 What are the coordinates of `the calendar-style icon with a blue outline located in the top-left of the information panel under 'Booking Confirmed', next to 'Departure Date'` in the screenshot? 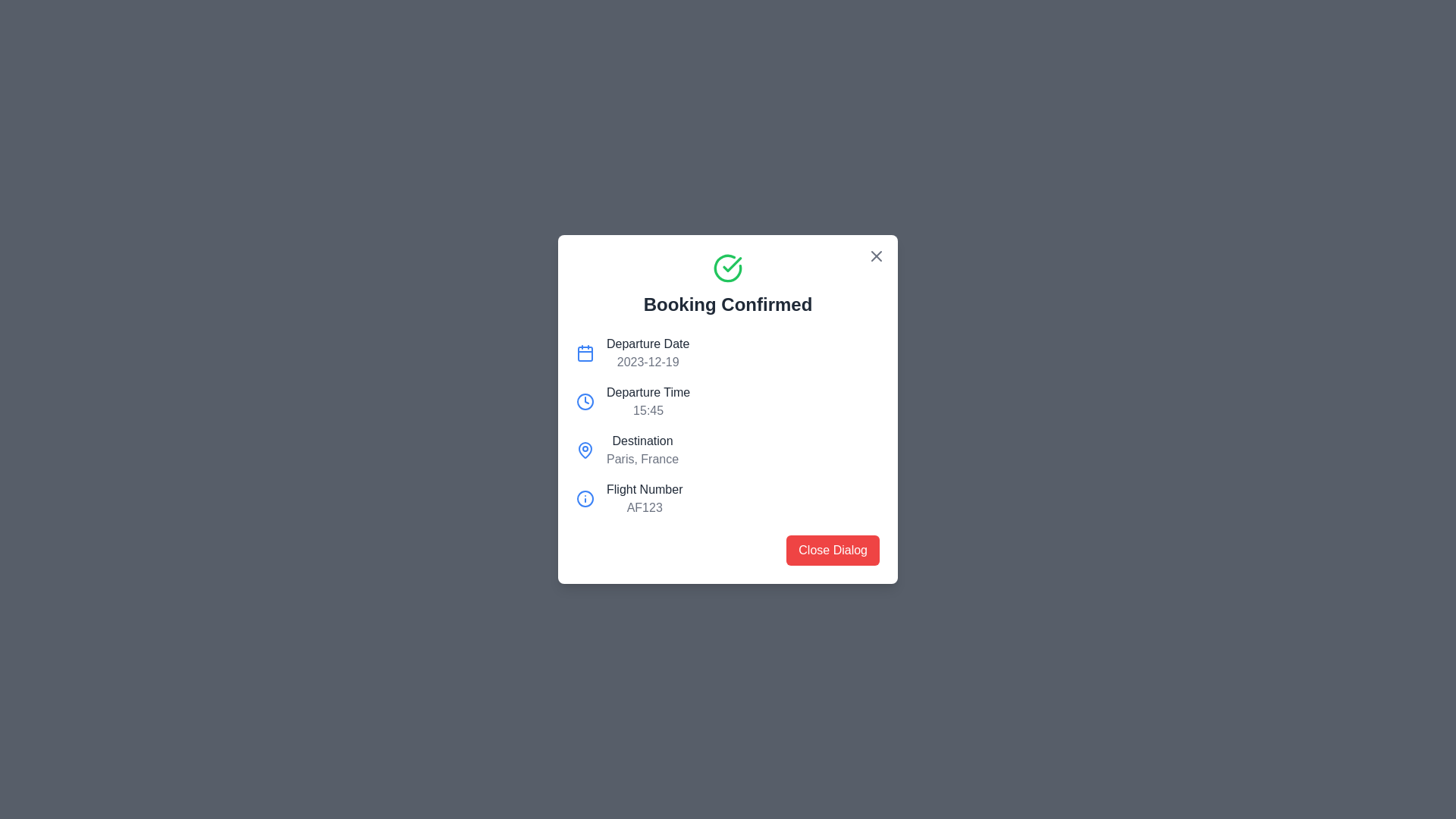 It's located at (585, 353).